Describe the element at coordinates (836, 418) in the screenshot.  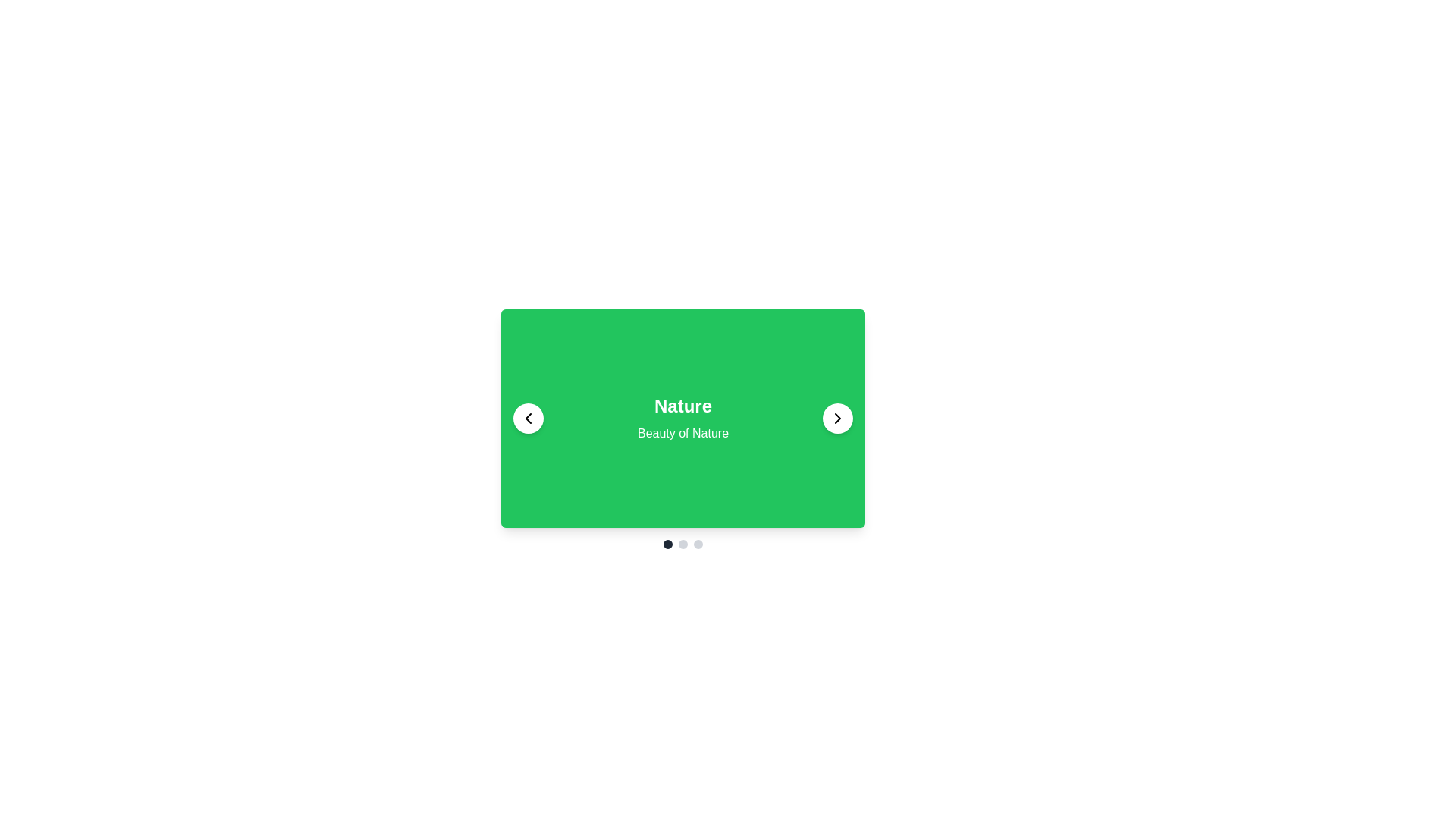
I see `the right-chevron icon within the circular button on the far right side of the green card` at that location.